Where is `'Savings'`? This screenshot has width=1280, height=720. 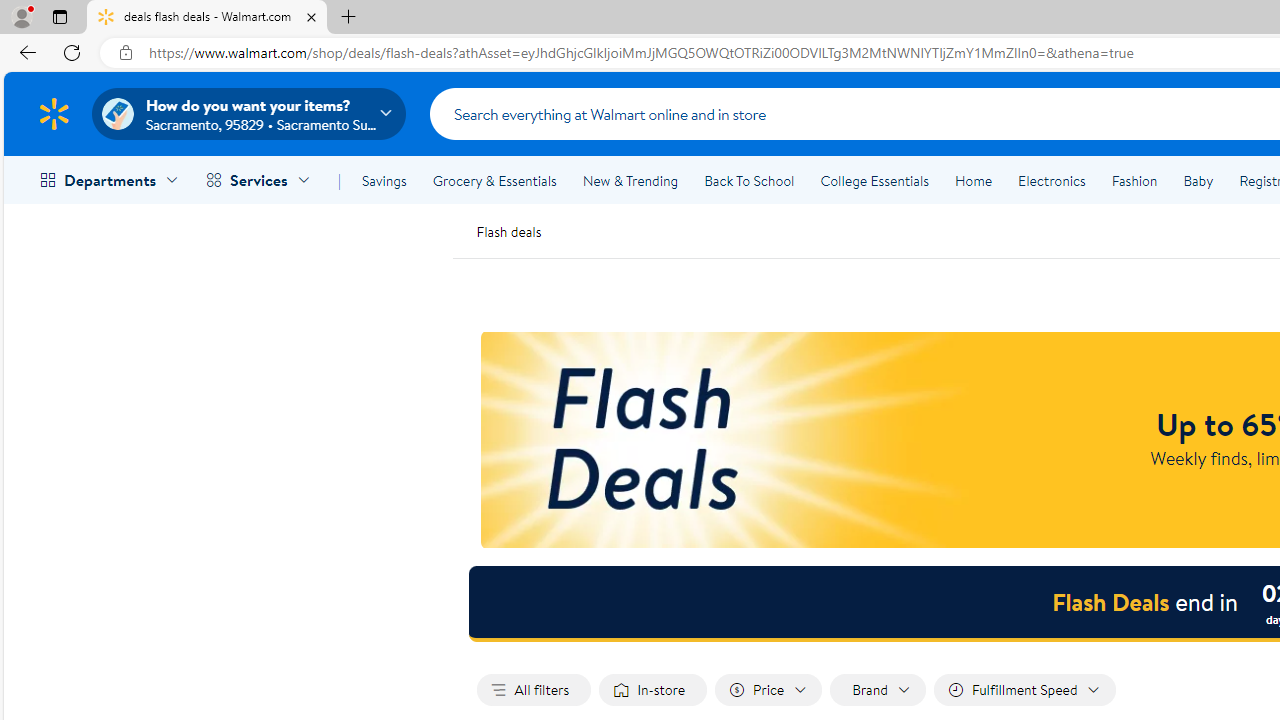 'Savings' is located at coordinates (384, 181).